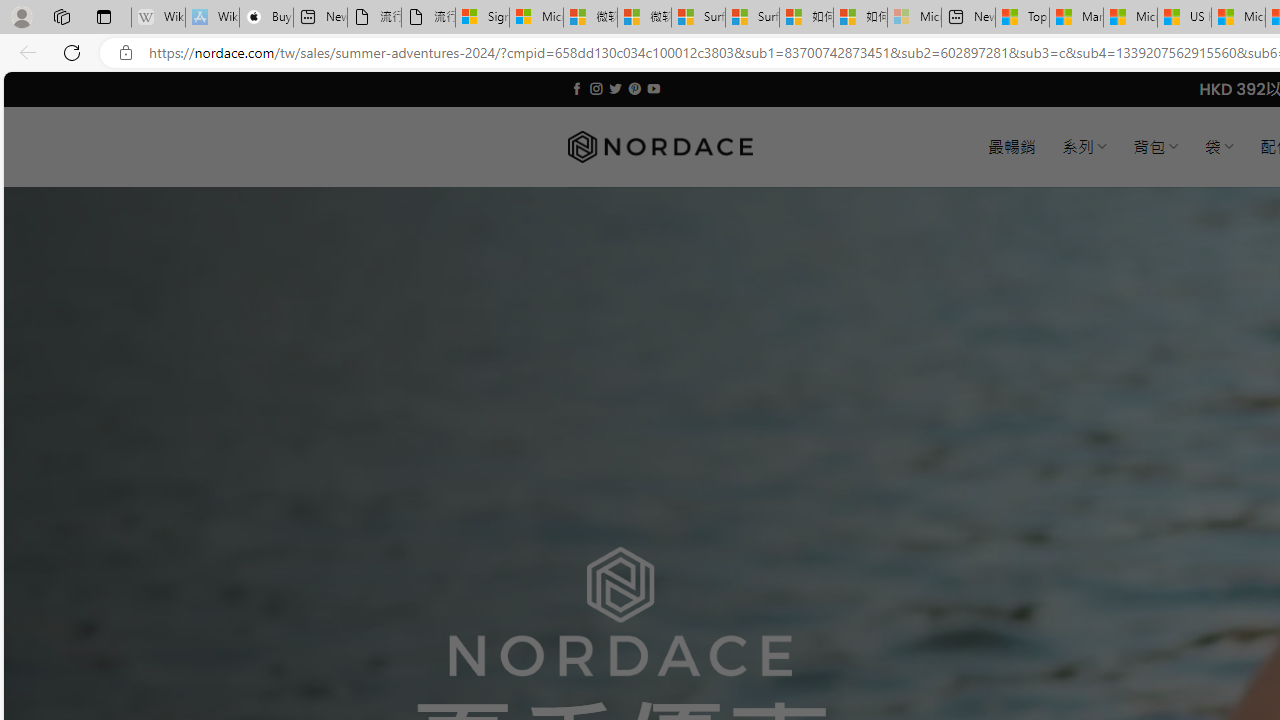 This screenshot has width=1280, height=720. I want to click on 'Wikipedia - Sleeping', so click(157, 17).